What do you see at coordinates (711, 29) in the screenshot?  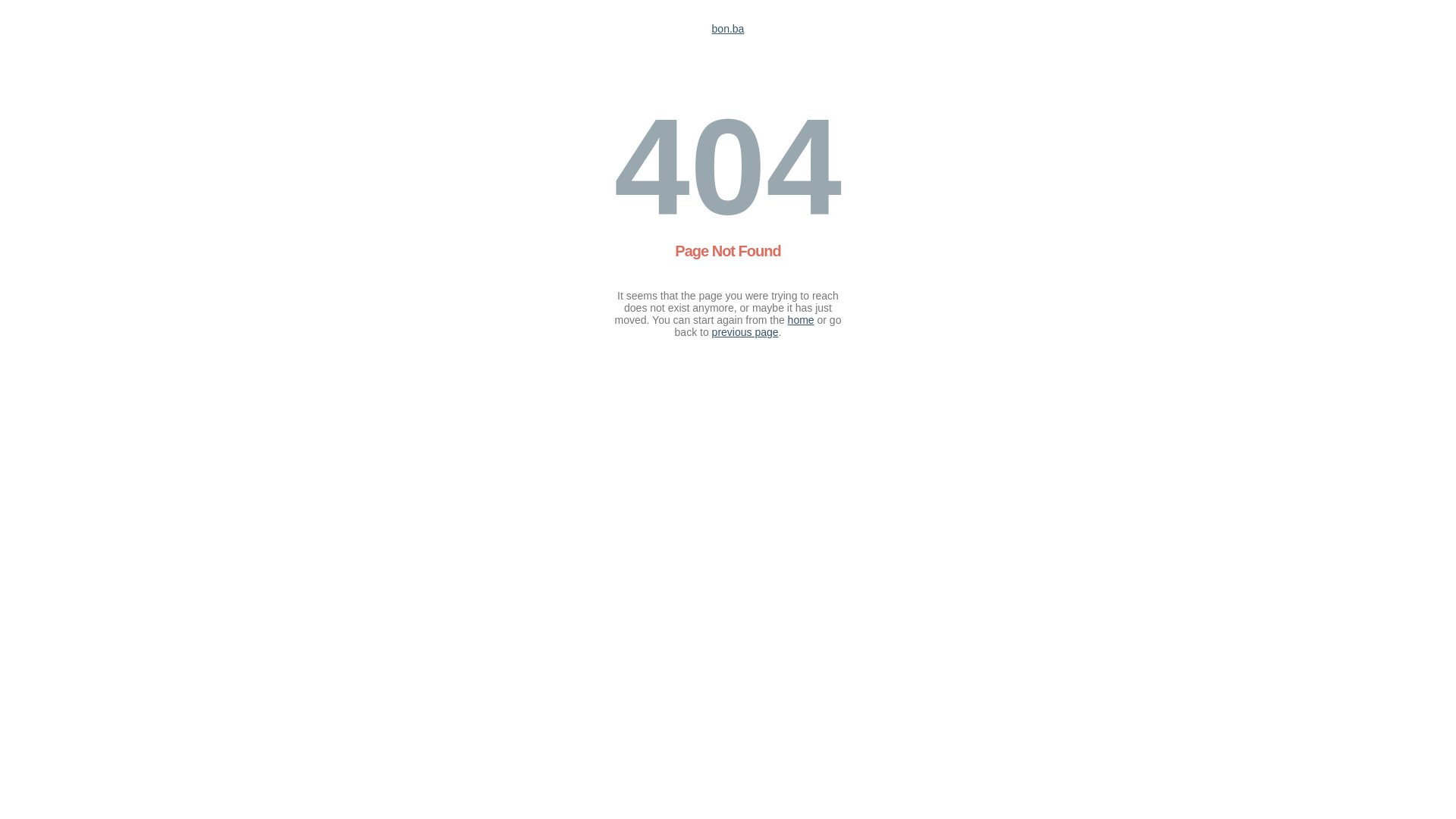 I see `'bon.ba'` at bounding box center [711, 29].